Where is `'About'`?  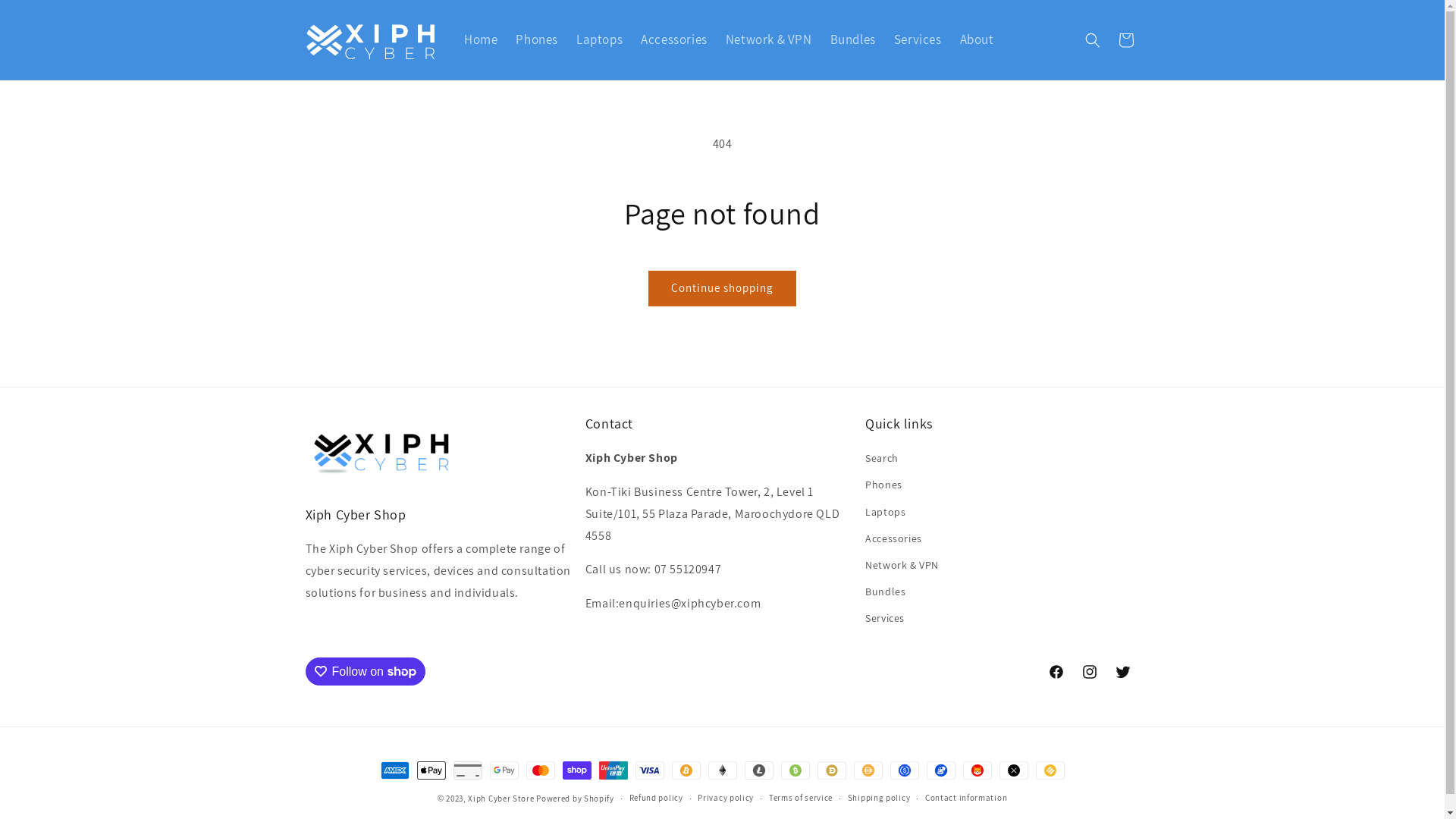 'About' is located at coordinates (949, 38).